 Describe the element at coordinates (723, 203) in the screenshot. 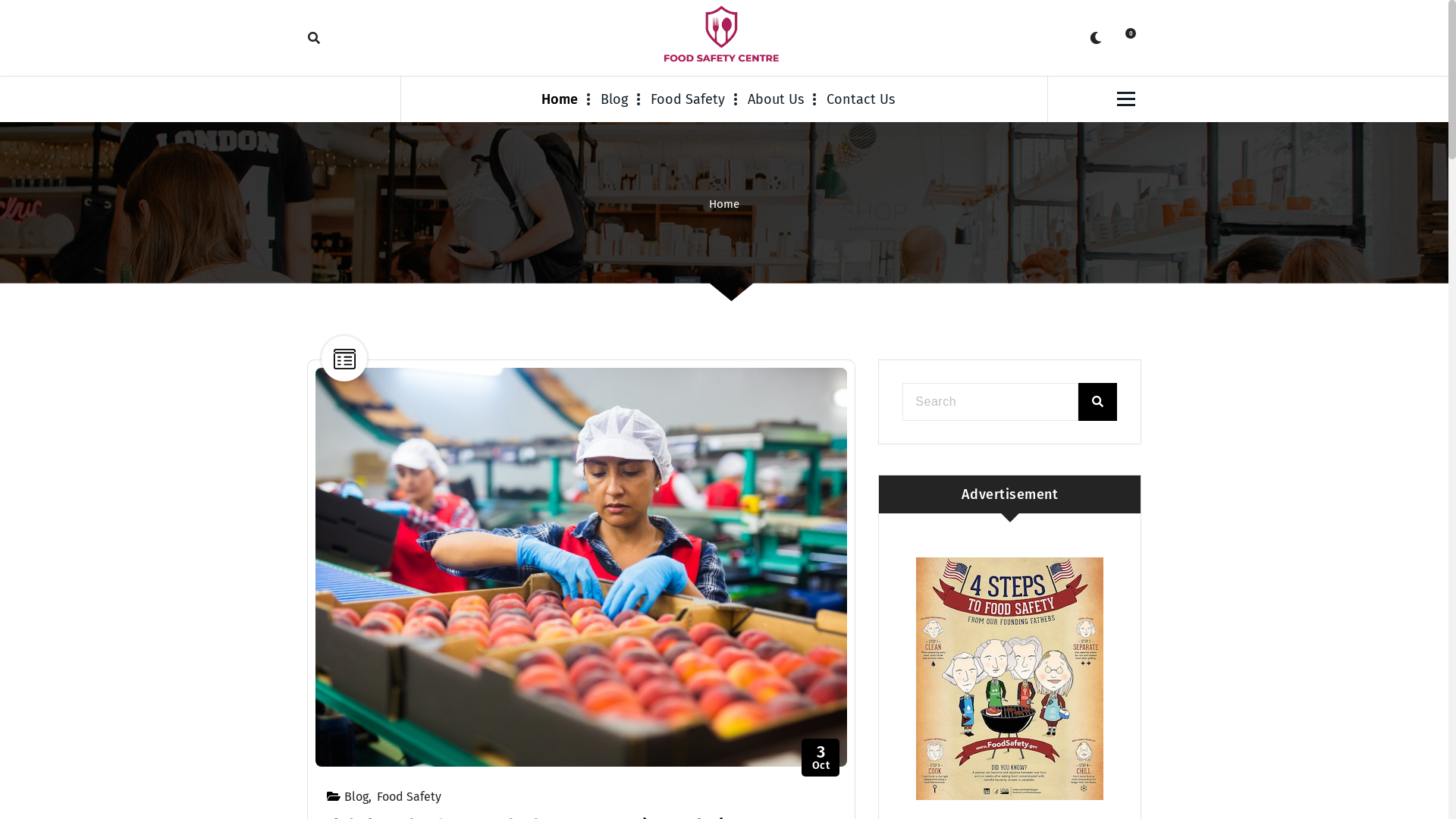

I see `'Home'` at that location.